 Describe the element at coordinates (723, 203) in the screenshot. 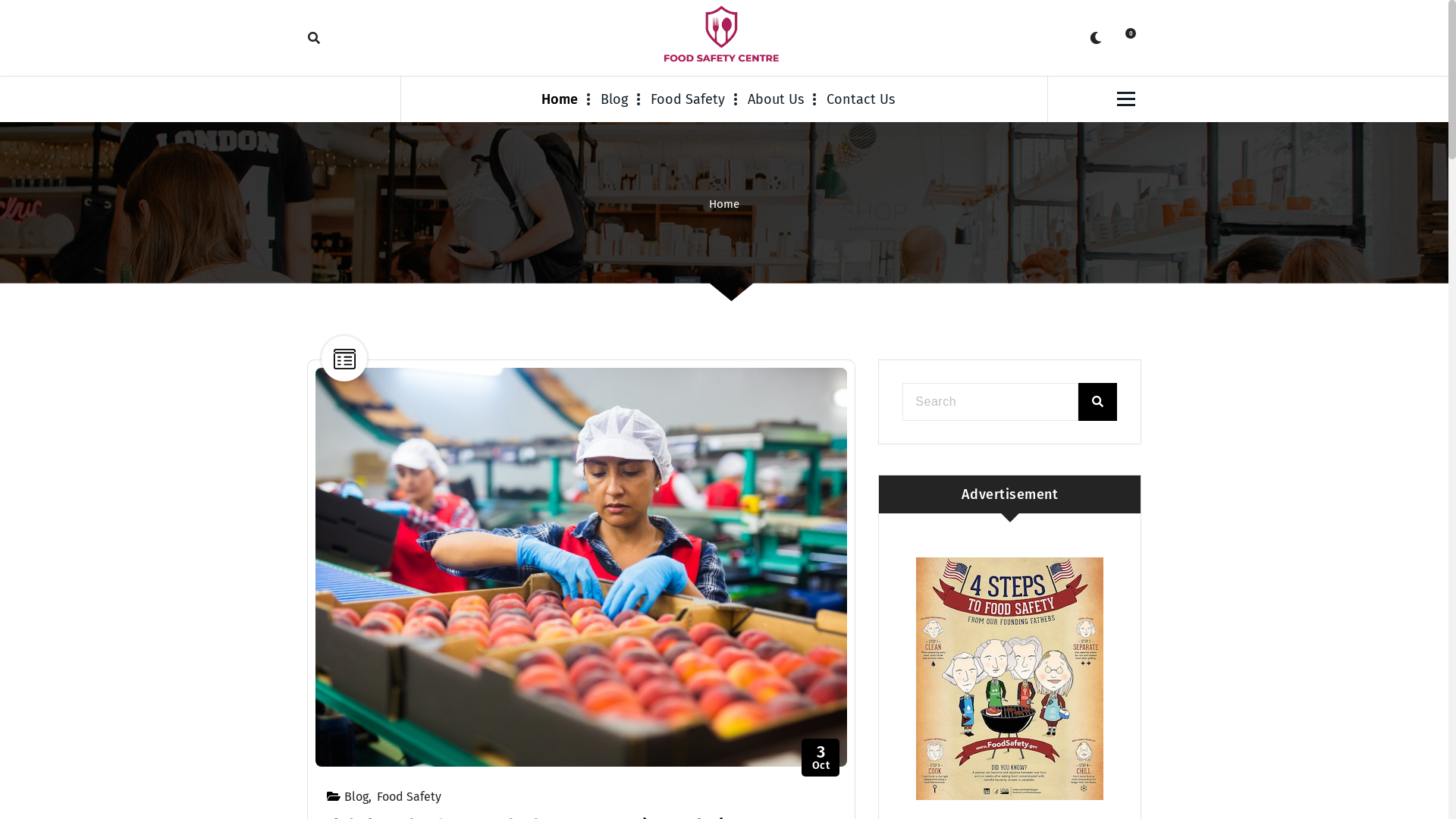

I see `'Home'` at that location.